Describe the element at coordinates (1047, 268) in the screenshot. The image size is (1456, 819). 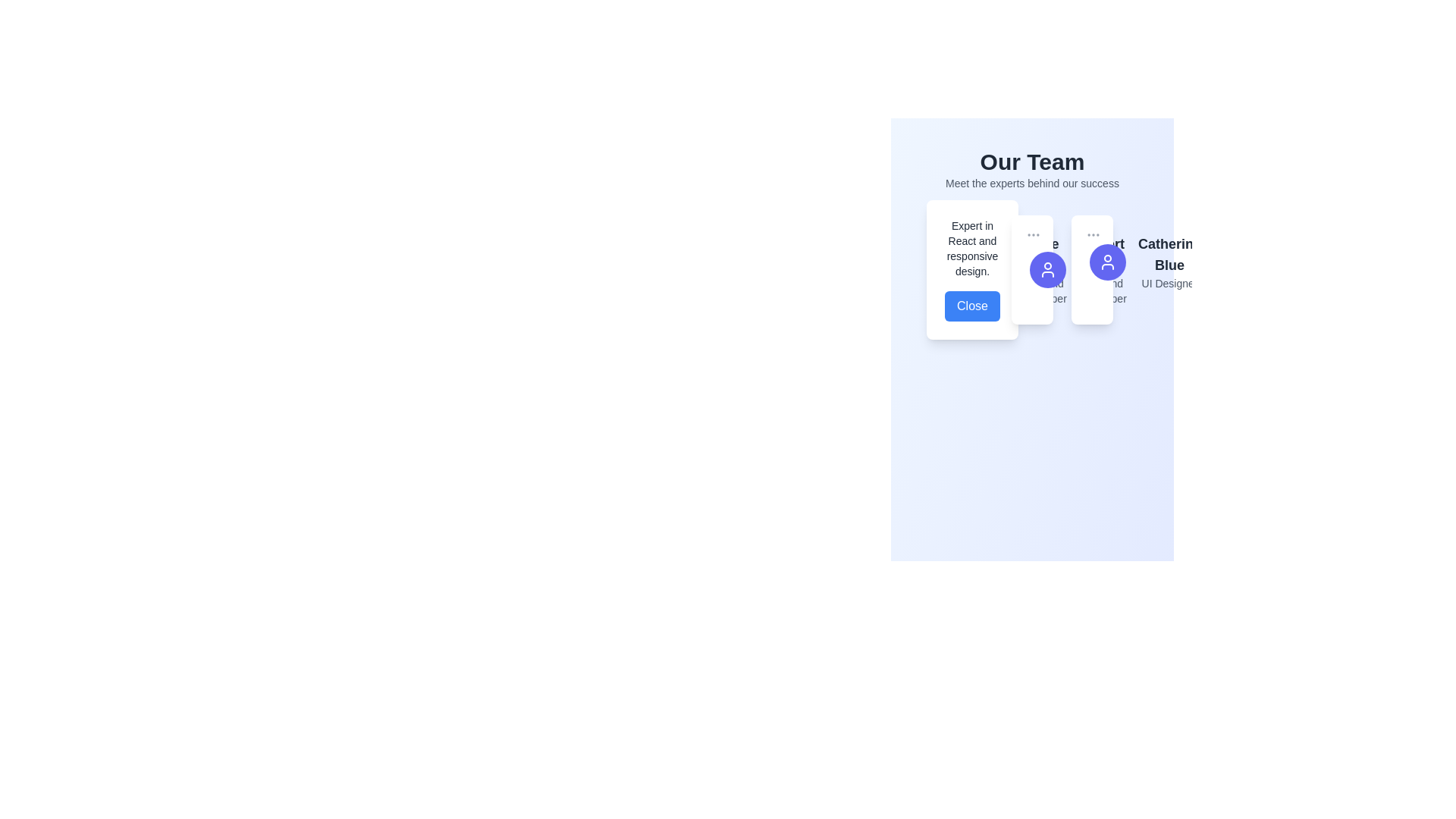
I see `the user icon styled as a silhouette of a head and shoulders located within a vibrant purple circular button` at that location.